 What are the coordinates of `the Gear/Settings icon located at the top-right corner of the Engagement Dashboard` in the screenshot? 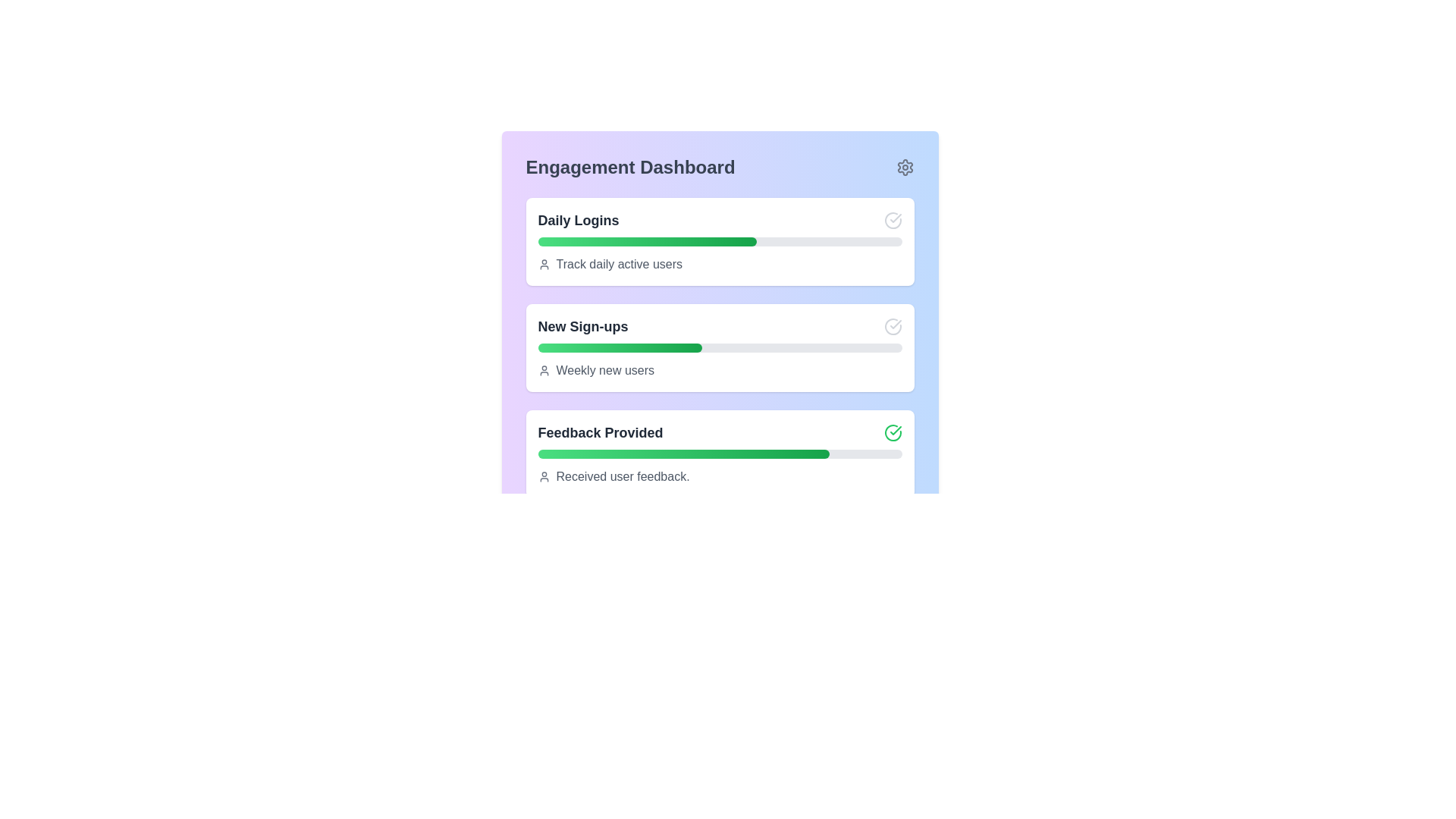 It's located at (905, 167).